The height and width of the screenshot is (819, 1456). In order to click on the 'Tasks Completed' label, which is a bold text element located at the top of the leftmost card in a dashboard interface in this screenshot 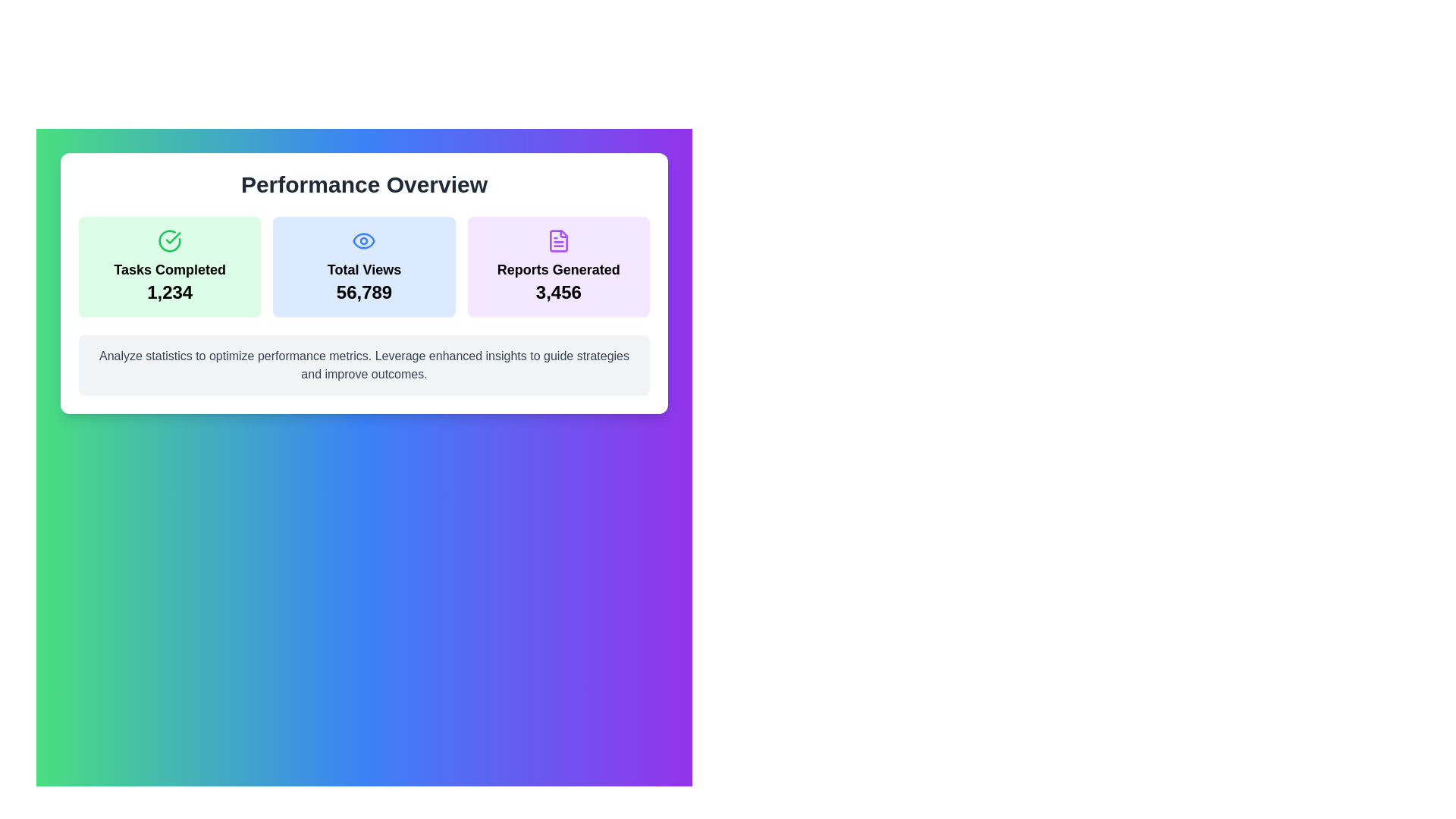, I will do `click(170, 268)`.